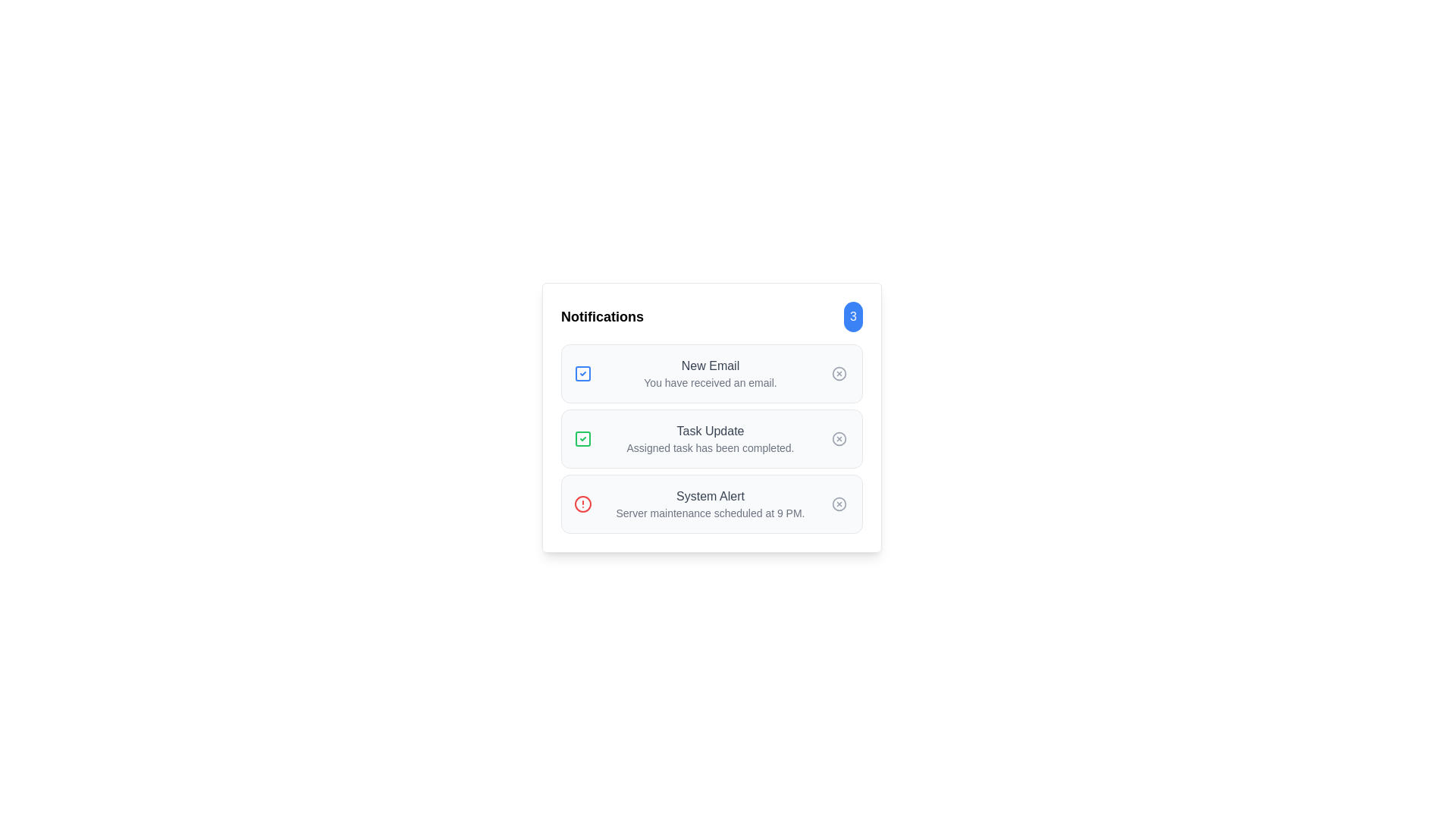 The height and width of the screenshot is (819, 1456). I want to click on information in the Text Block that contains the lines 'Task Update' and 'Assigned task has been completed.', so click(709, 438).